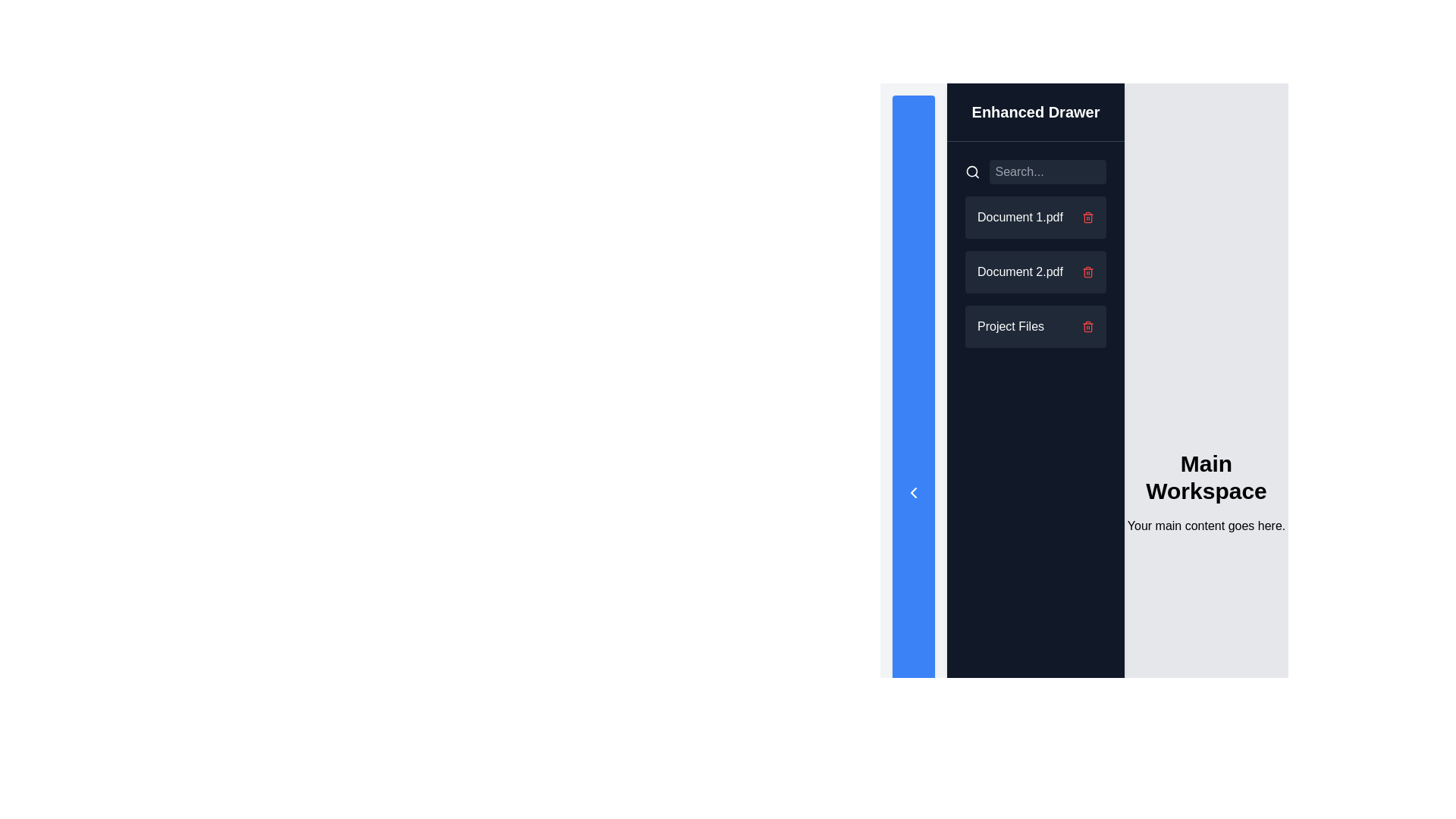  Describe the element at coordinates (912, 493) in the screenshot. I see `the navigation indicator icon located in the center of the vertical blue sidebar on the left side of the interface for accessibility purposes` at that location.